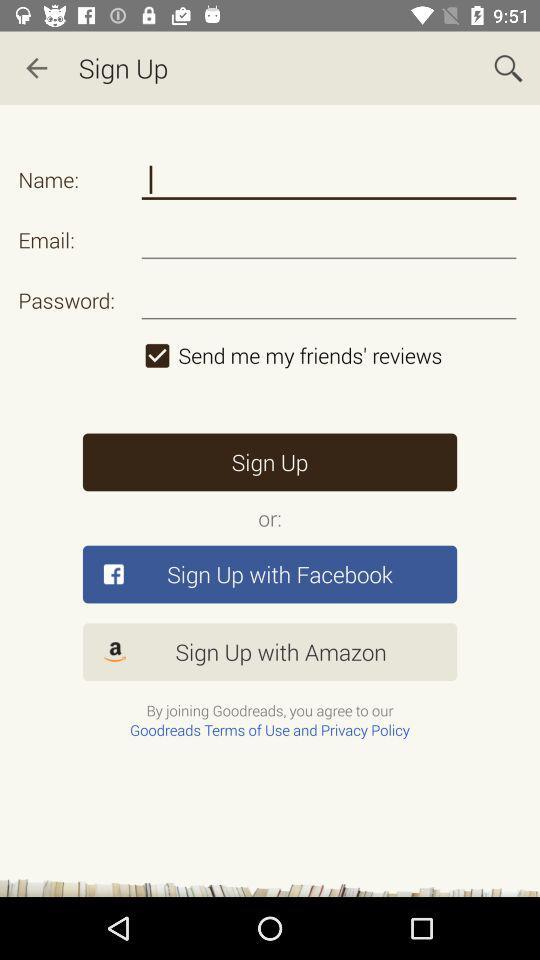 Image resolution: width=540 pixels, height=960 pixels. Describe the element at coordinates (329, 179) in the screenshot. I see `the icon to the right of name:` at that location.